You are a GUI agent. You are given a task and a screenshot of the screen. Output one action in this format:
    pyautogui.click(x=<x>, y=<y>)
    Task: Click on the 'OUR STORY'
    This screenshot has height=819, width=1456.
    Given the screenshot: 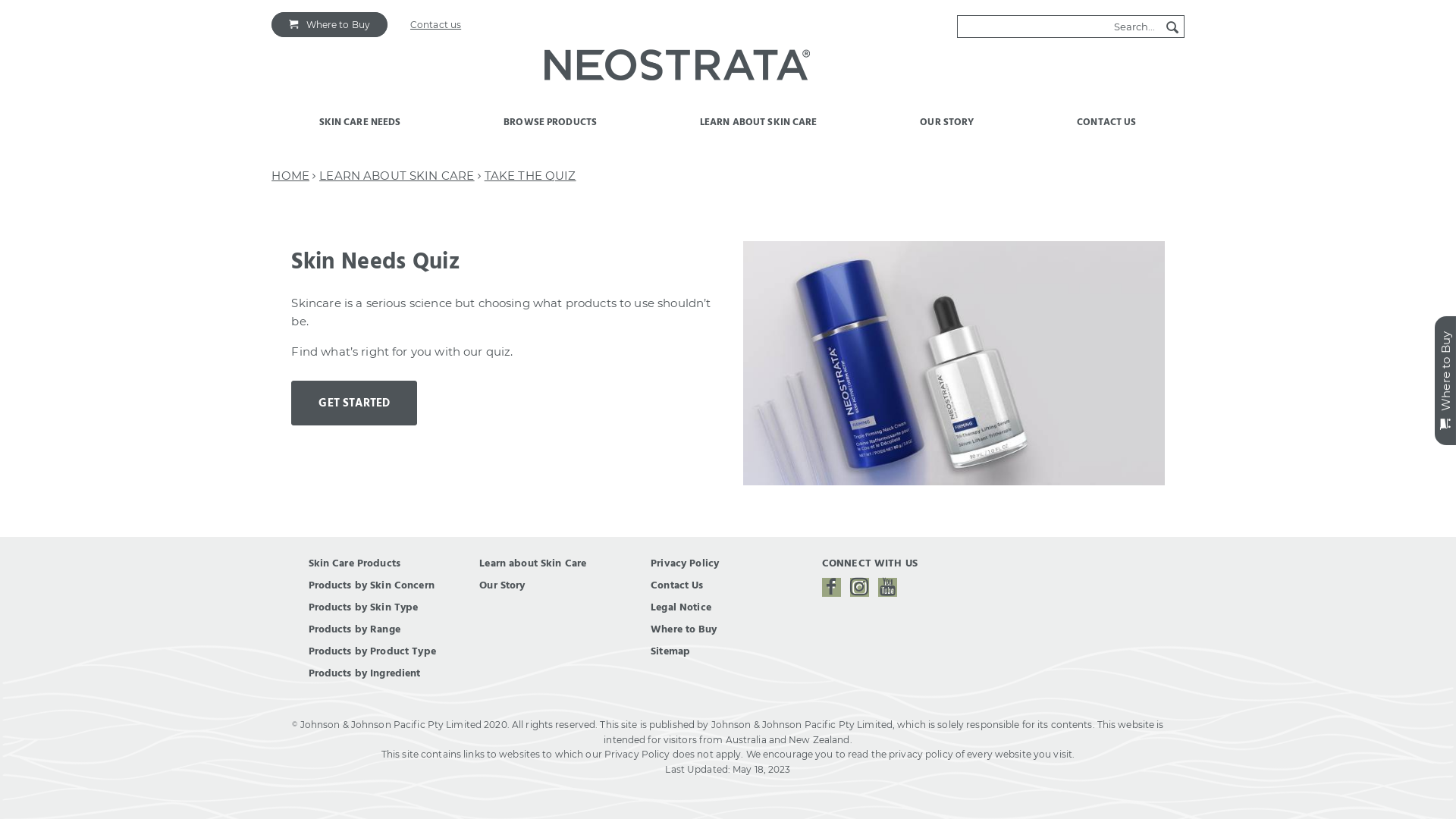 What is the action you would take?
    pyautogui.click(x=946, y=130)
    